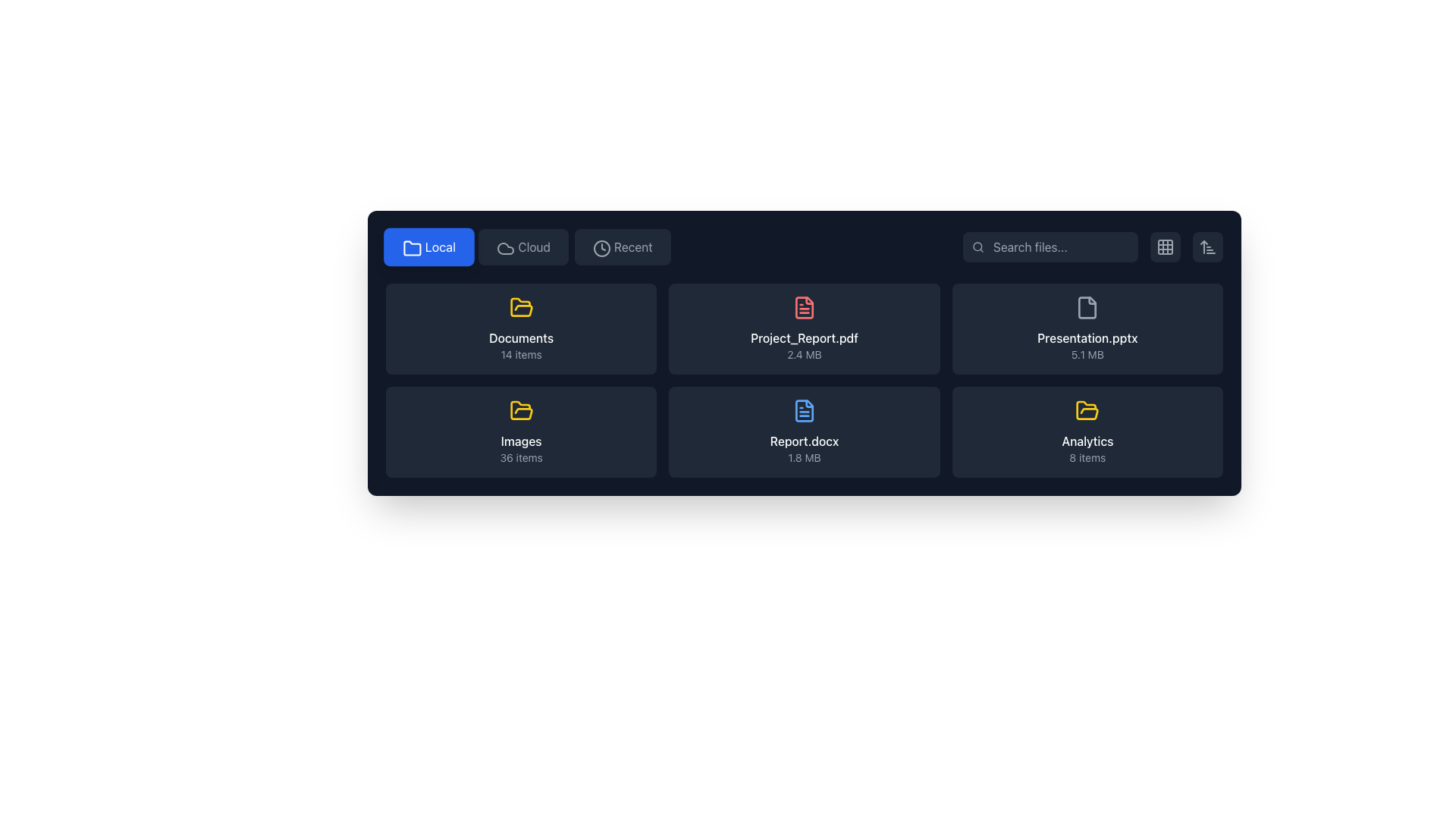  What do you see at coordinates (1087, 432) in the screenshot?
I see `the 'Analytics' card located` at bounding box center [1087, 432].